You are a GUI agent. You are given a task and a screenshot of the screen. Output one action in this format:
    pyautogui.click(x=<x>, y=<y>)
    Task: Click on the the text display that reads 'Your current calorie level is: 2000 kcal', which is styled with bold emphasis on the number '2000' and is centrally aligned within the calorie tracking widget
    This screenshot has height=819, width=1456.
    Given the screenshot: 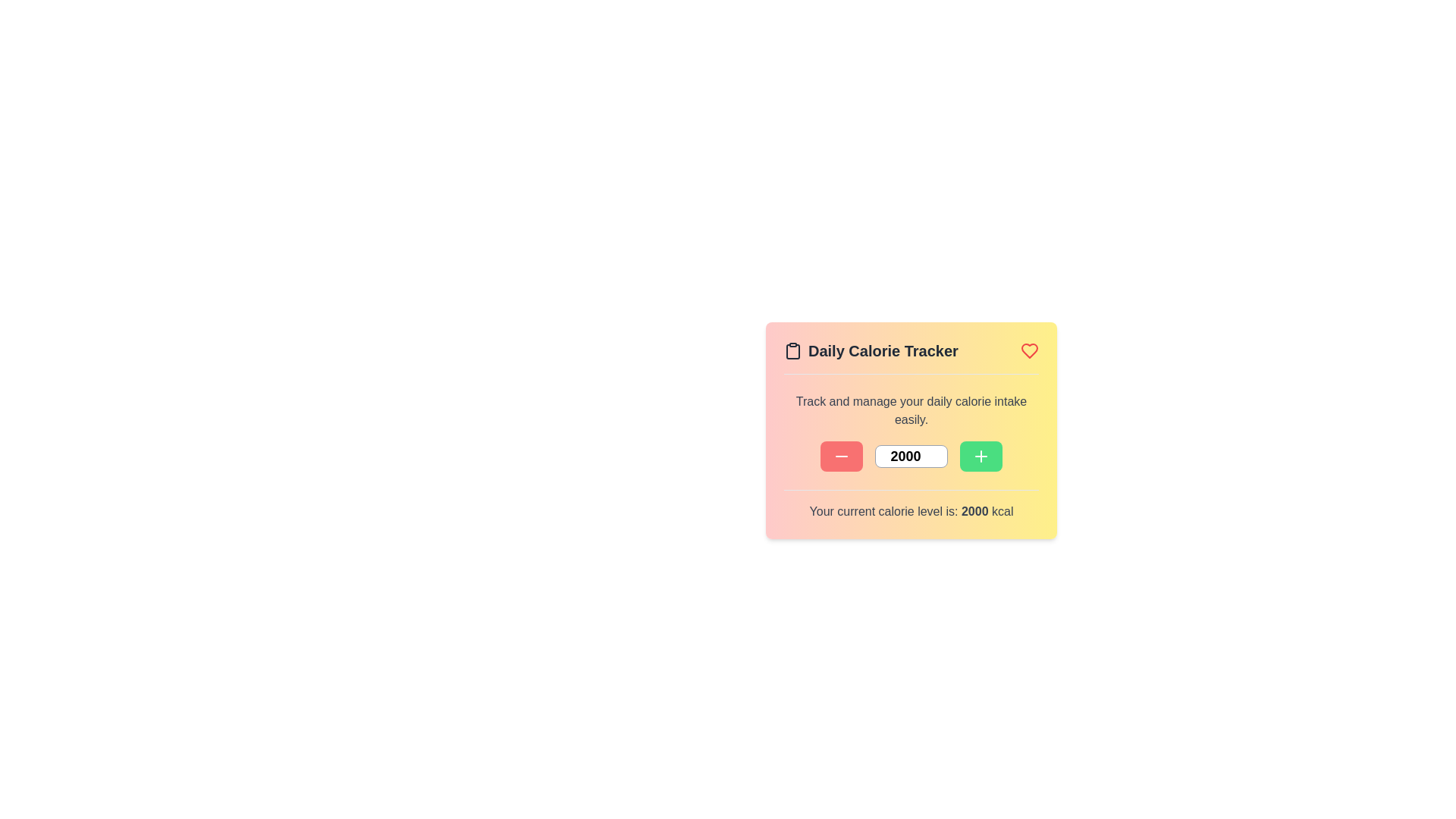 What is the action you would take?
    pyautogui.click(x=910, y=505)
    